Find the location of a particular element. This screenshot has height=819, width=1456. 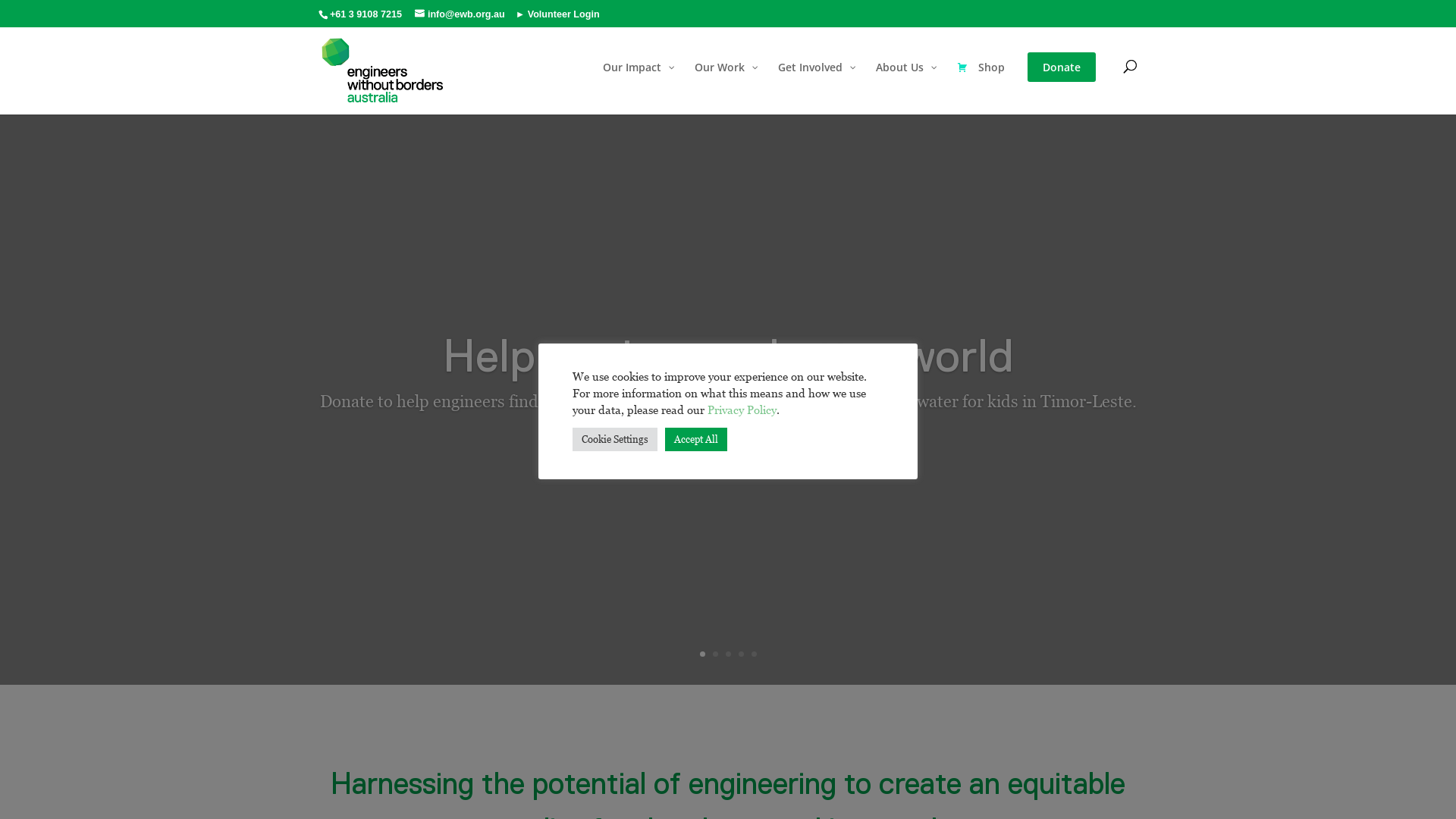

'Accept All' is located at coordinates (695, 439).